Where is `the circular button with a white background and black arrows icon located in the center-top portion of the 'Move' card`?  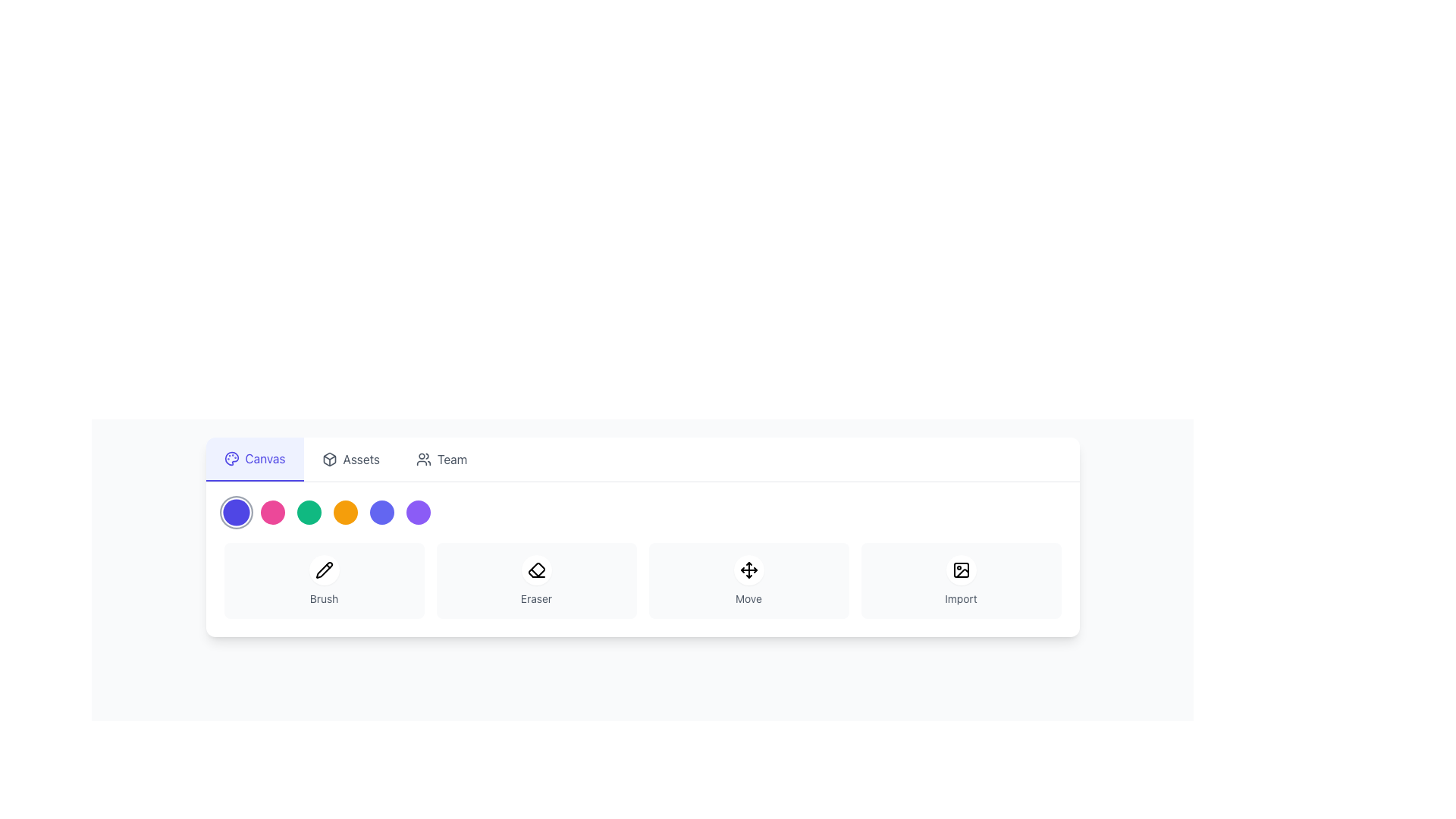 the circular button with a white background and black arrows icon located in the center-top portion of the 'Move' card is located at coordinates (748, 570).